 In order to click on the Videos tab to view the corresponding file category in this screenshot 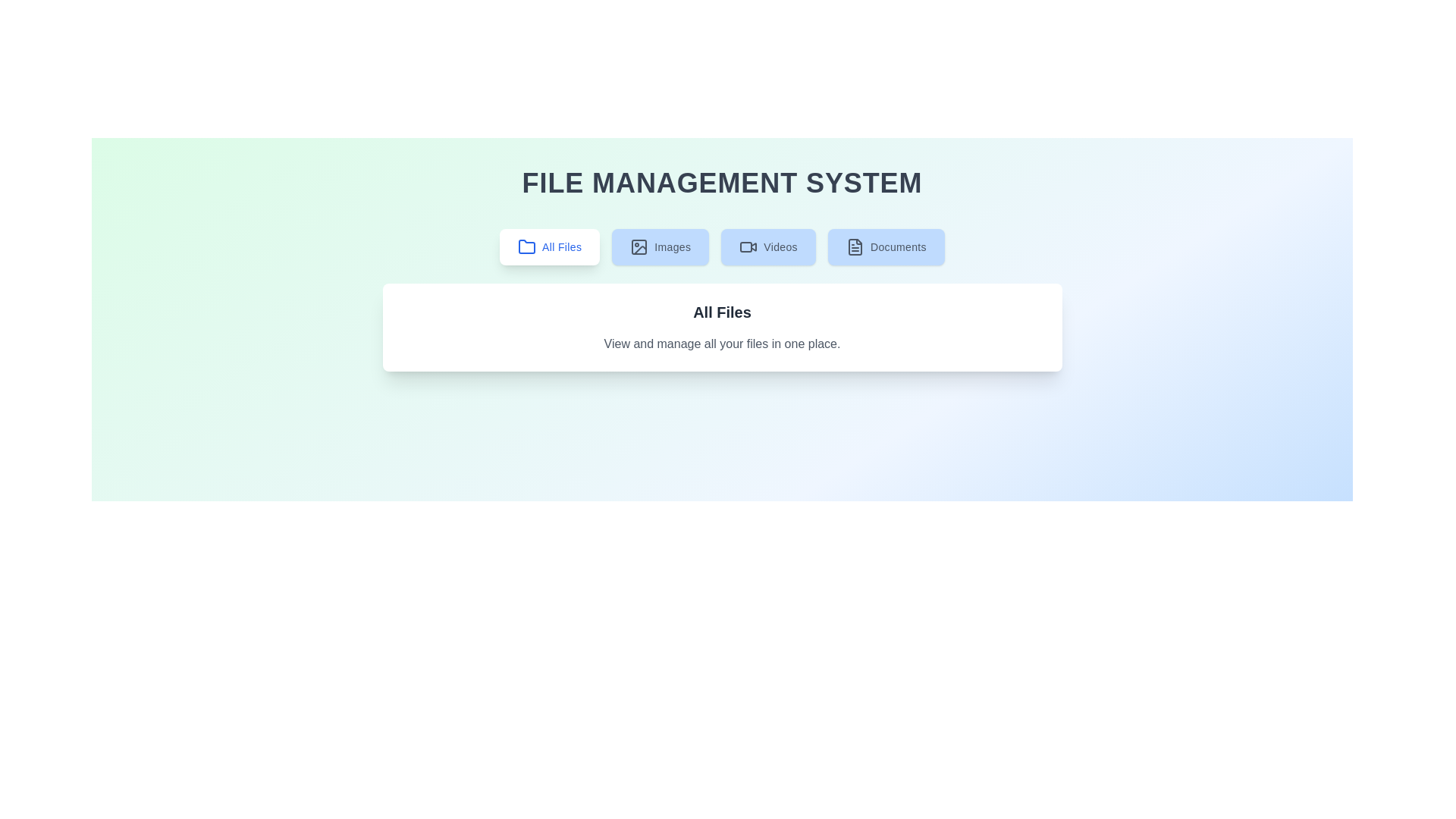, I will do `click(767, 246)`.